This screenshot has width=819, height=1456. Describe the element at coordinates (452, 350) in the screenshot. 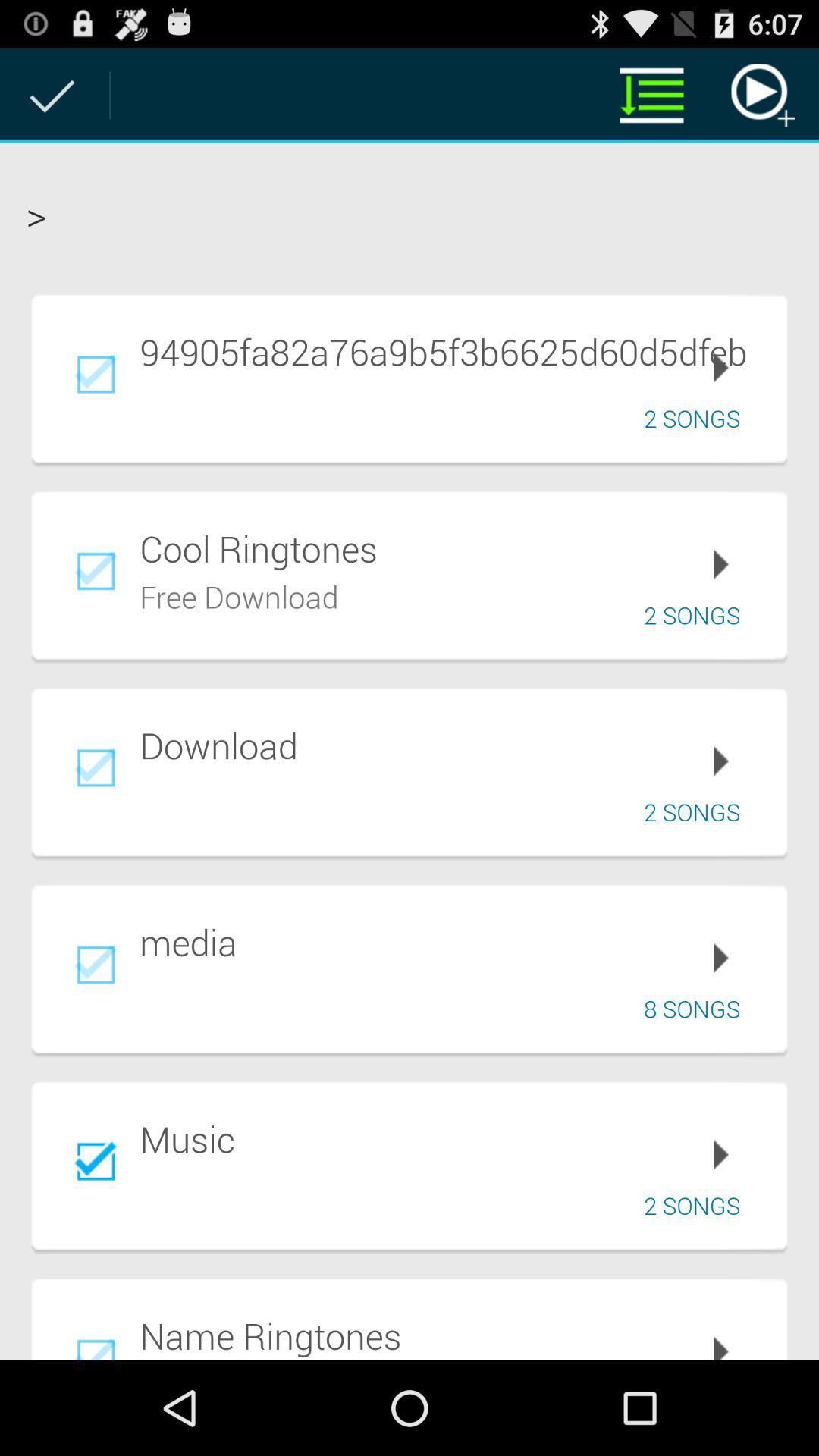

I see `app above the 2 songs app` at that location.